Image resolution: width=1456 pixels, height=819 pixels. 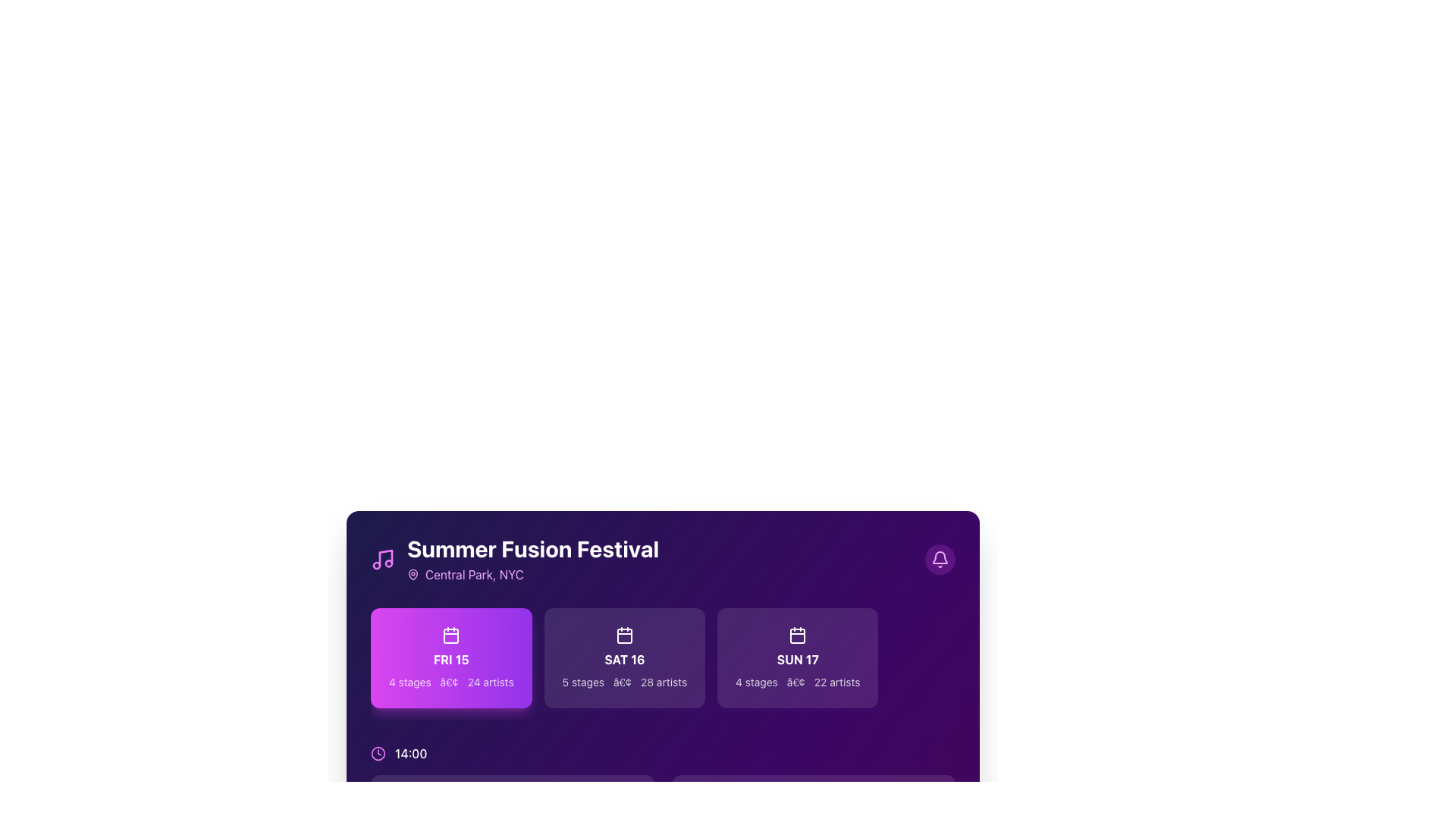 I want to click on the calendar icon with a white outline located on the purple background, positioned at the top-center of the 'SUN 17' card, so click(x=797, y=635).